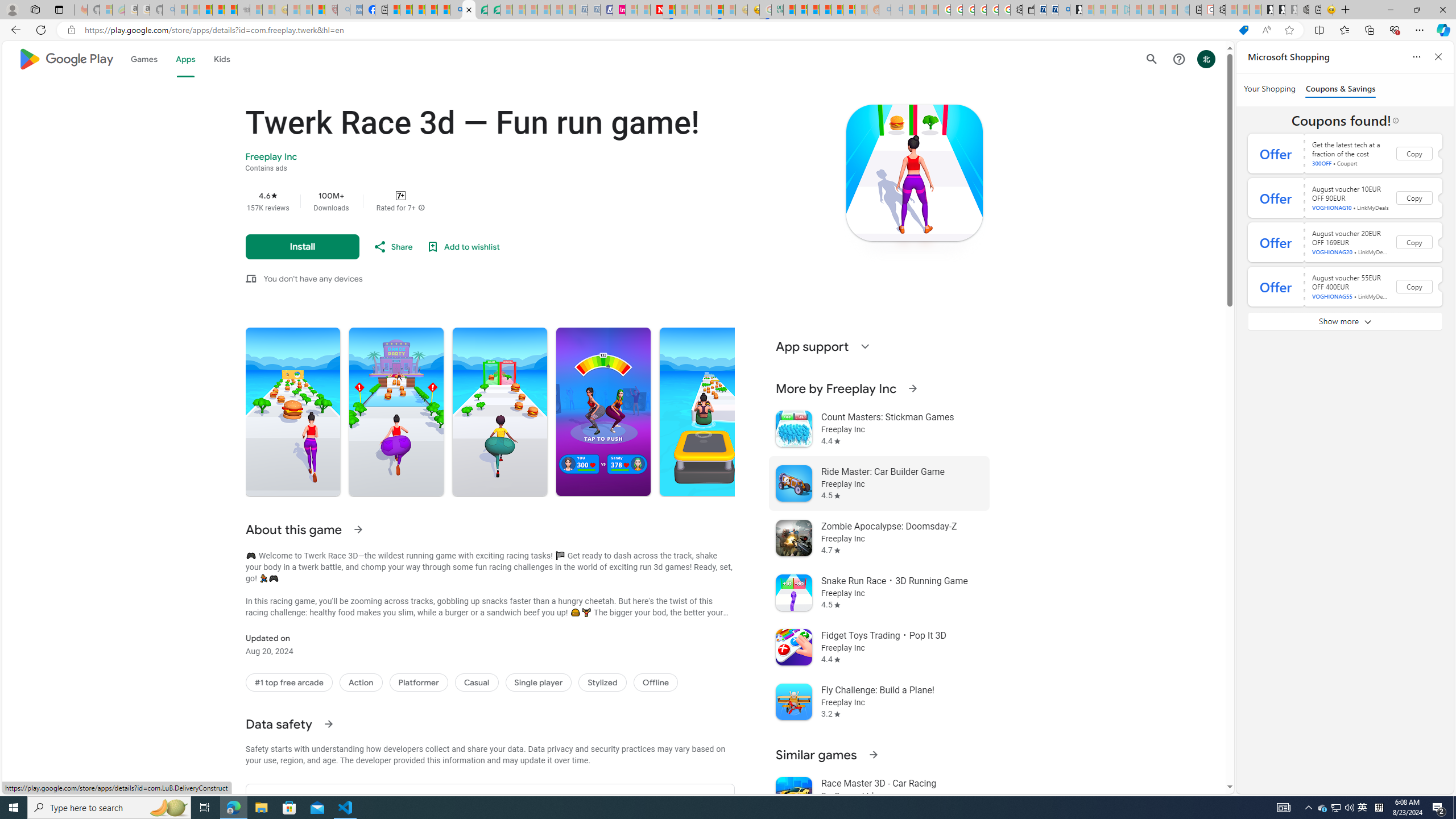  I want to click on 'Single player', so click(538, 682).